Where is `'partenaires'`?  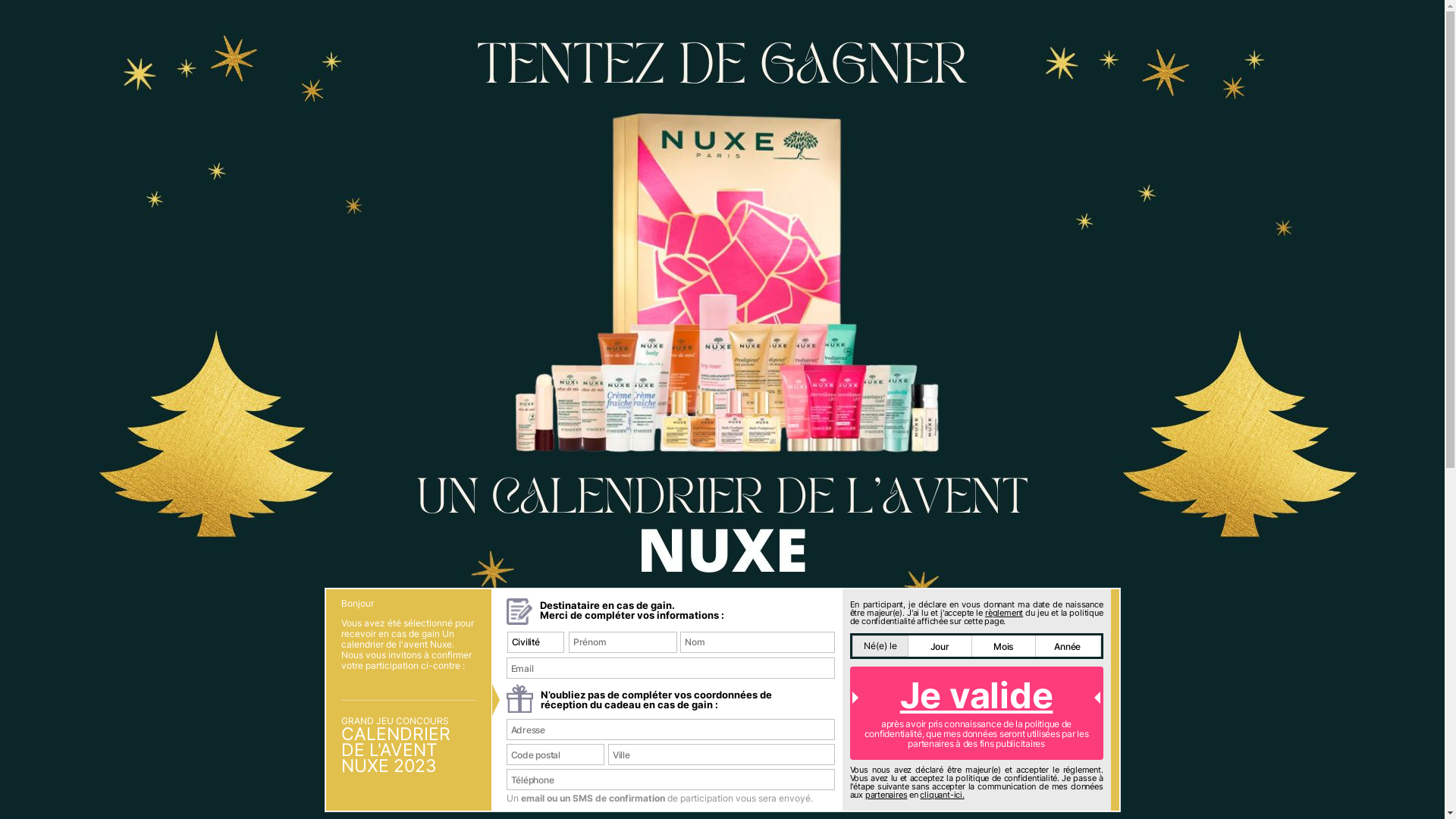
'partenaires' is located at coordinates (886, 794).